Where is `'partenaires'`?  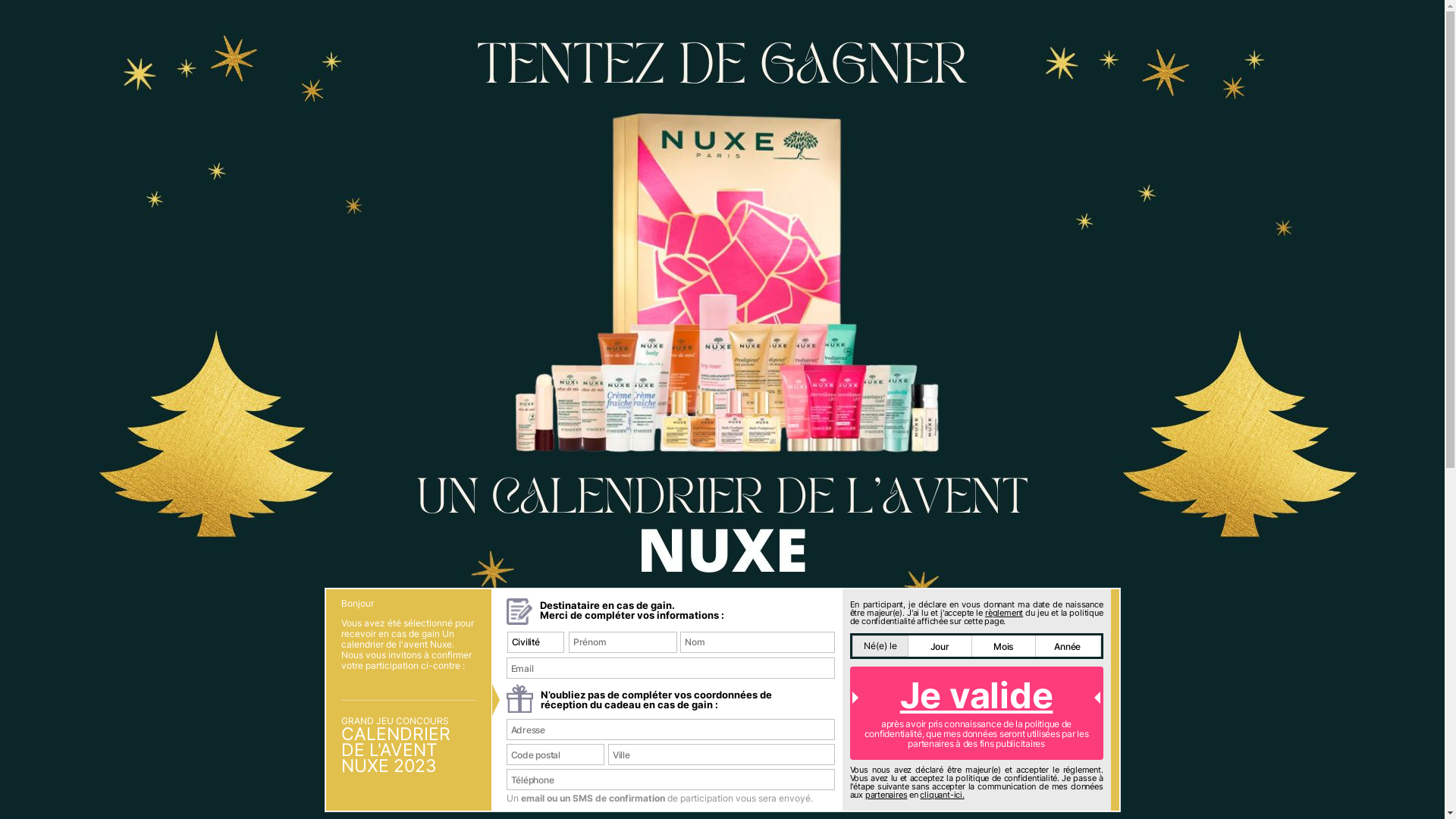
'partenaires' is located at coordinates (886, 794).